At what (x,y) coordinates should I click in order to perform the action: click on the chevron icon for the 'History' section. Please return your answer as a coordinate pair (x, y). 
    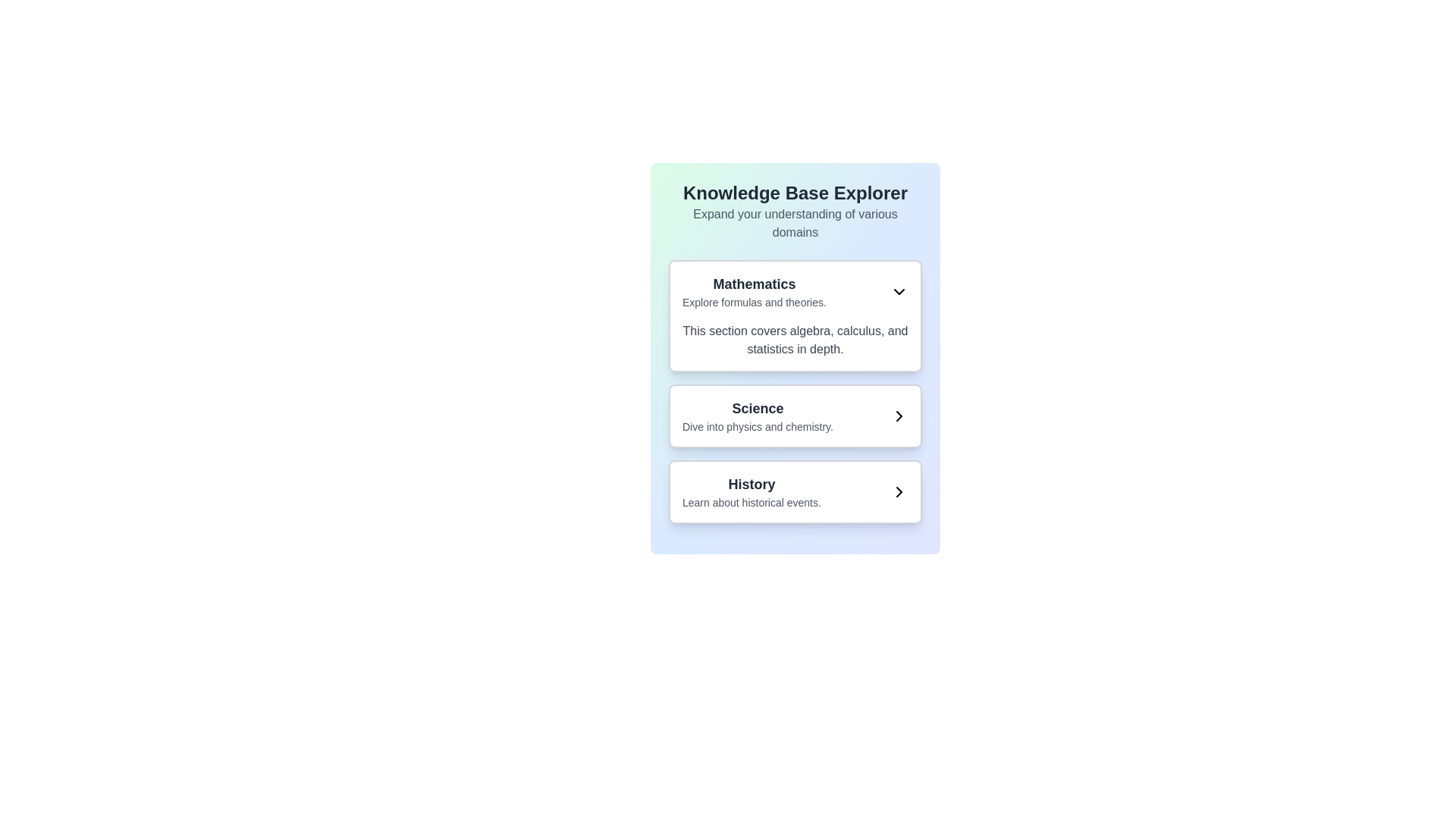
    Looking at the image, I should click on (899, 491).